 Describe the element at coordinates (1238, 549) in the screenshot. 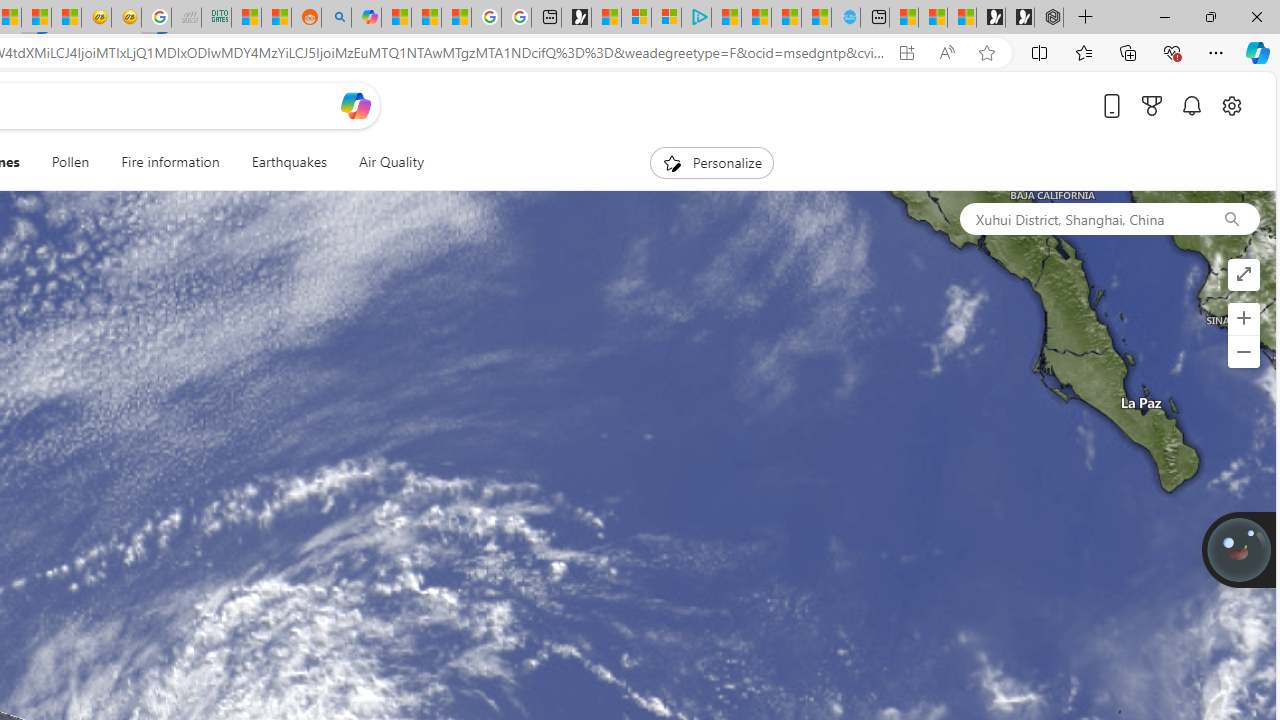

I see `'Join us in planting real trees to help our planet!'` at that location.